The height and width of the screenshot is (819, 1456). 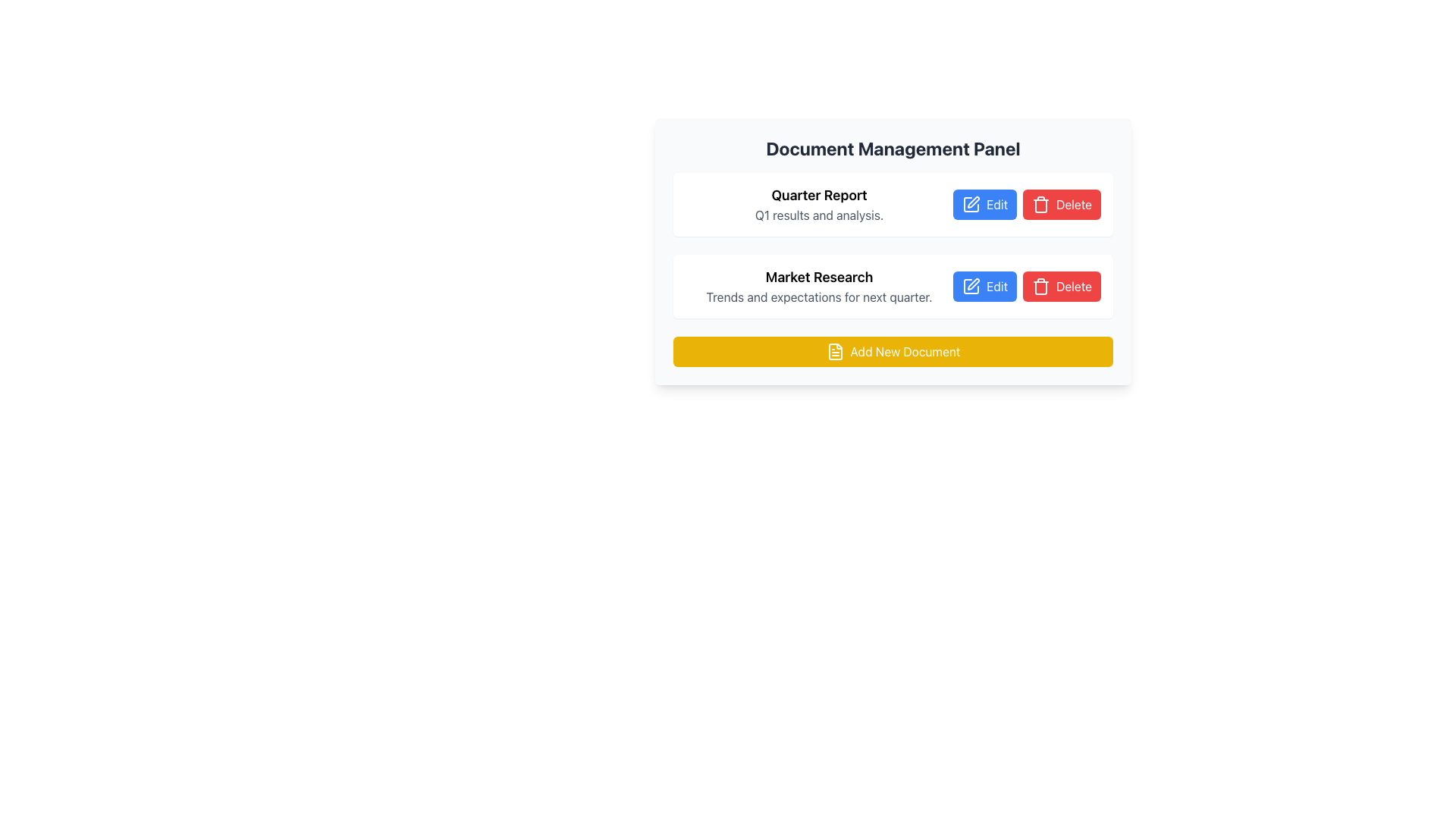 What do you see at coordinates (1040, 288) in the screenshot?
I see `the hollow vertical rectangular shape inside the trash can icon representing the Delete button for the 'Market Research' section` at bounding box center [1040, 288].